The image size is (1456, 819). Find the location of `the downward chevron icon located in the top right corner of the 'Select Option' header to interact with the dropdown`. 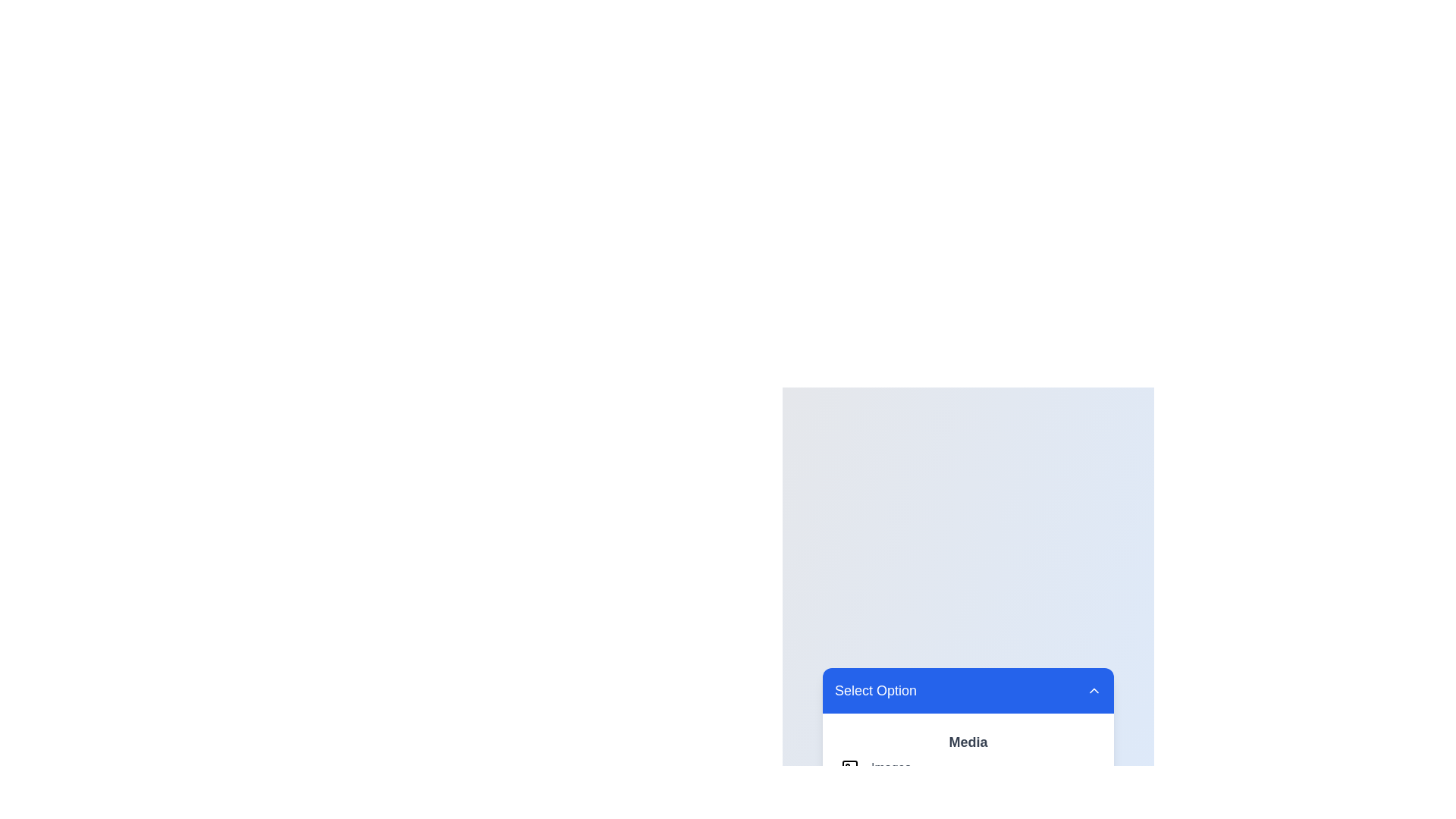

the downward chevron icon located in the top right corner of the 'Select Option' header to interact with the dropdown is located at coordinates (1094, 690).